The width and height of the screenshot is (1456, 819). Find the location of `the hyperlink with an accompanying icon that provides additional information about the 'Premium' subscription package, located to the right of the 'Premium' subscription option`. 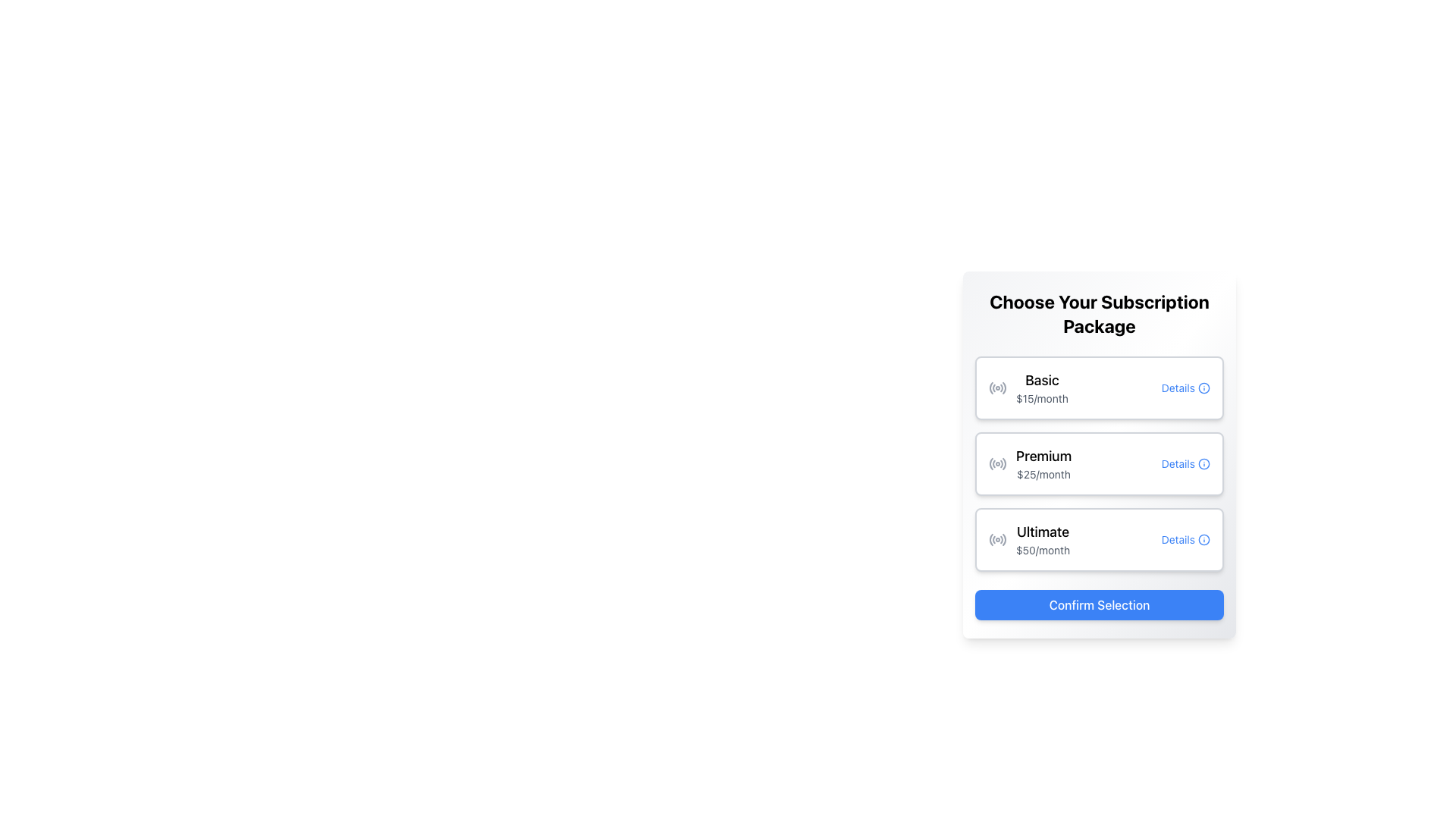

the hyperlink with an accompanying icon that provides additional information about the 'Premium' subscription package, located to the right of the 'Premium' subscription option is located at coordinates (1185, 463).